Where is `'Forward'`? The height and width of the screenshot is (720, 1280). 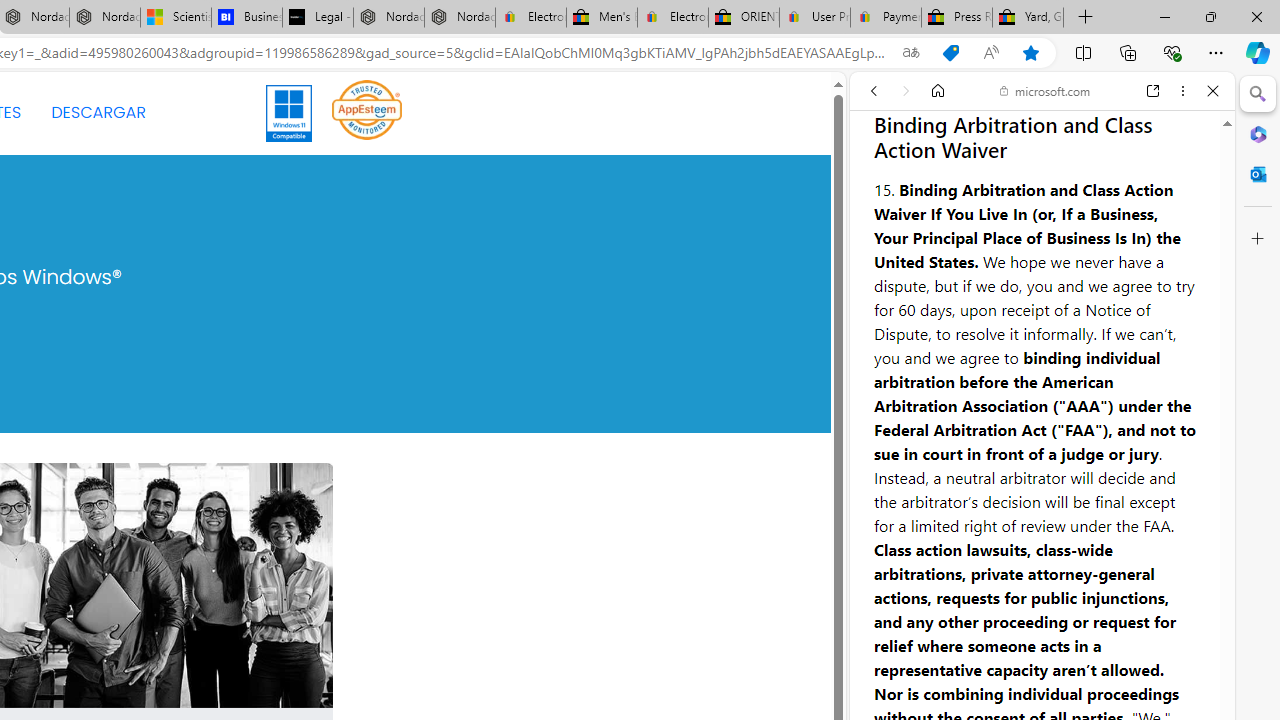 'Forward' is located at coordinates (905, 91).